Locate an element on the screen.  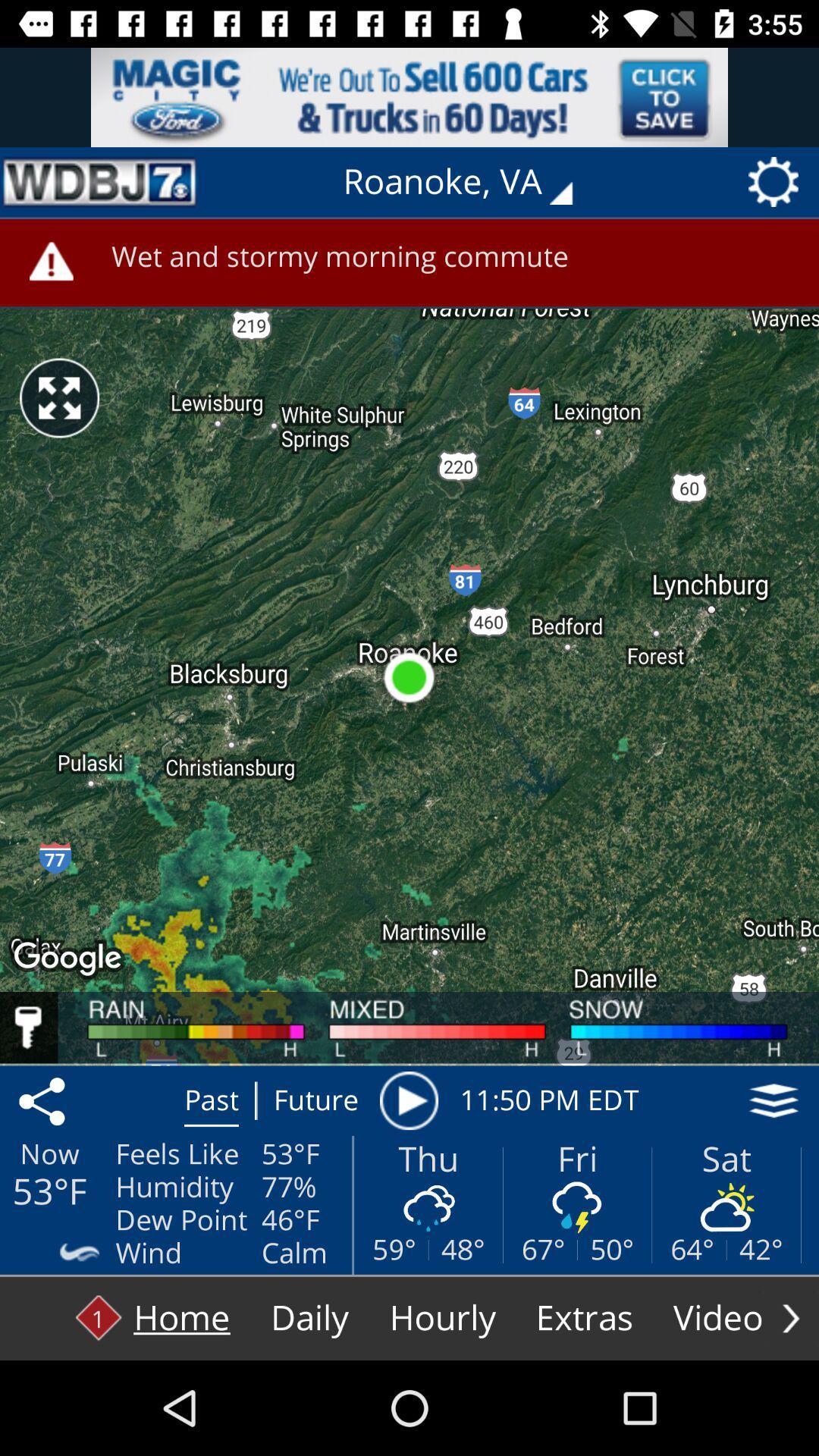
the share icon is located at coordinates (44, 1100).